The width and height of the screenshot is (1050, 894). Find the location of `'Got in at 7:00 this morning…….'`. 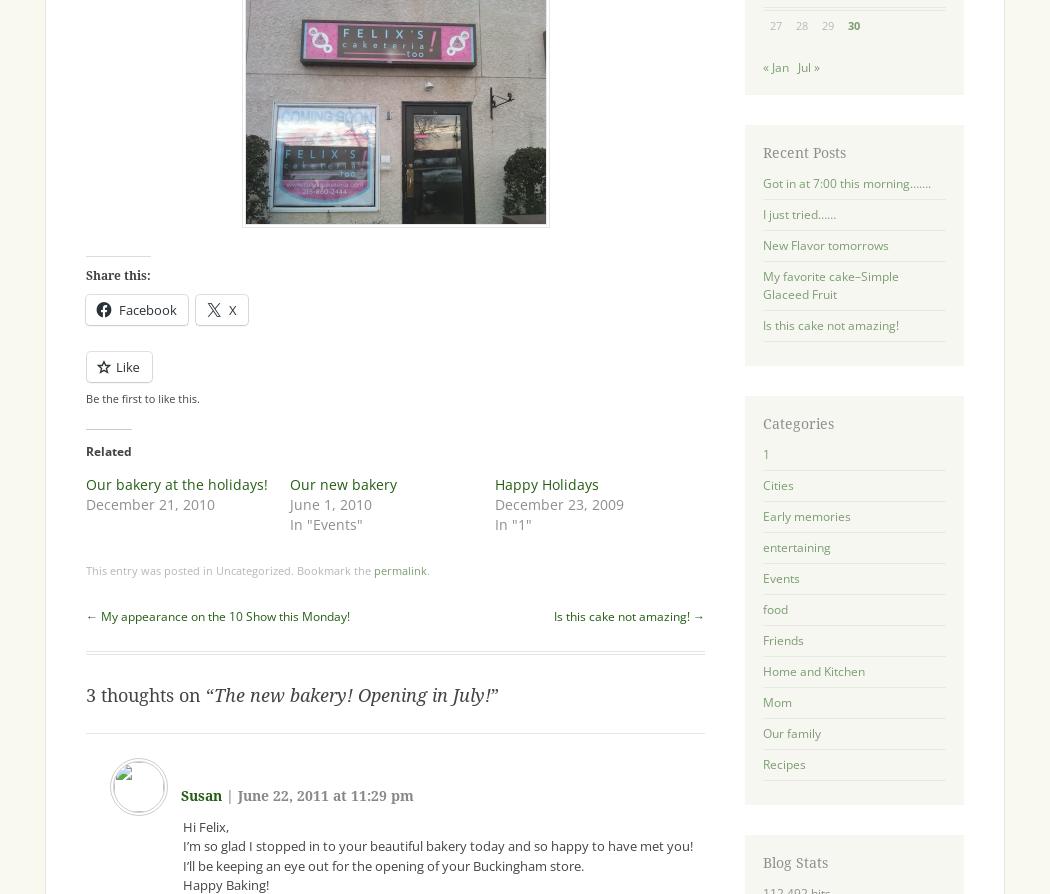

'Got in at 7:00 this morning…….' is located at coordinates (845, 183).